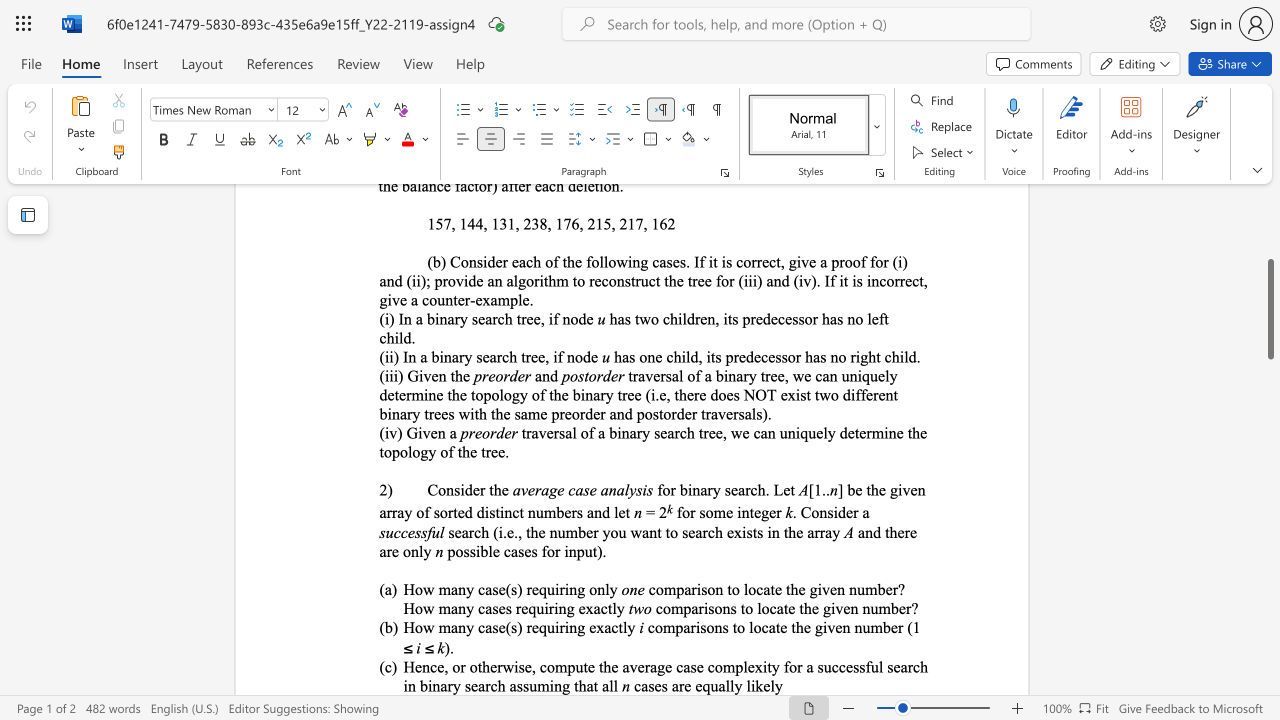 The width and height of the screenshot is (1280, 720). What do you see at coordinates (573, 685) in the screenshot?
I see `the subset text "tha" within the text "Hence, or otherwise, compute the average case complexity for a successful search in binary search assuming that all"` at bounding box center [573, 685].